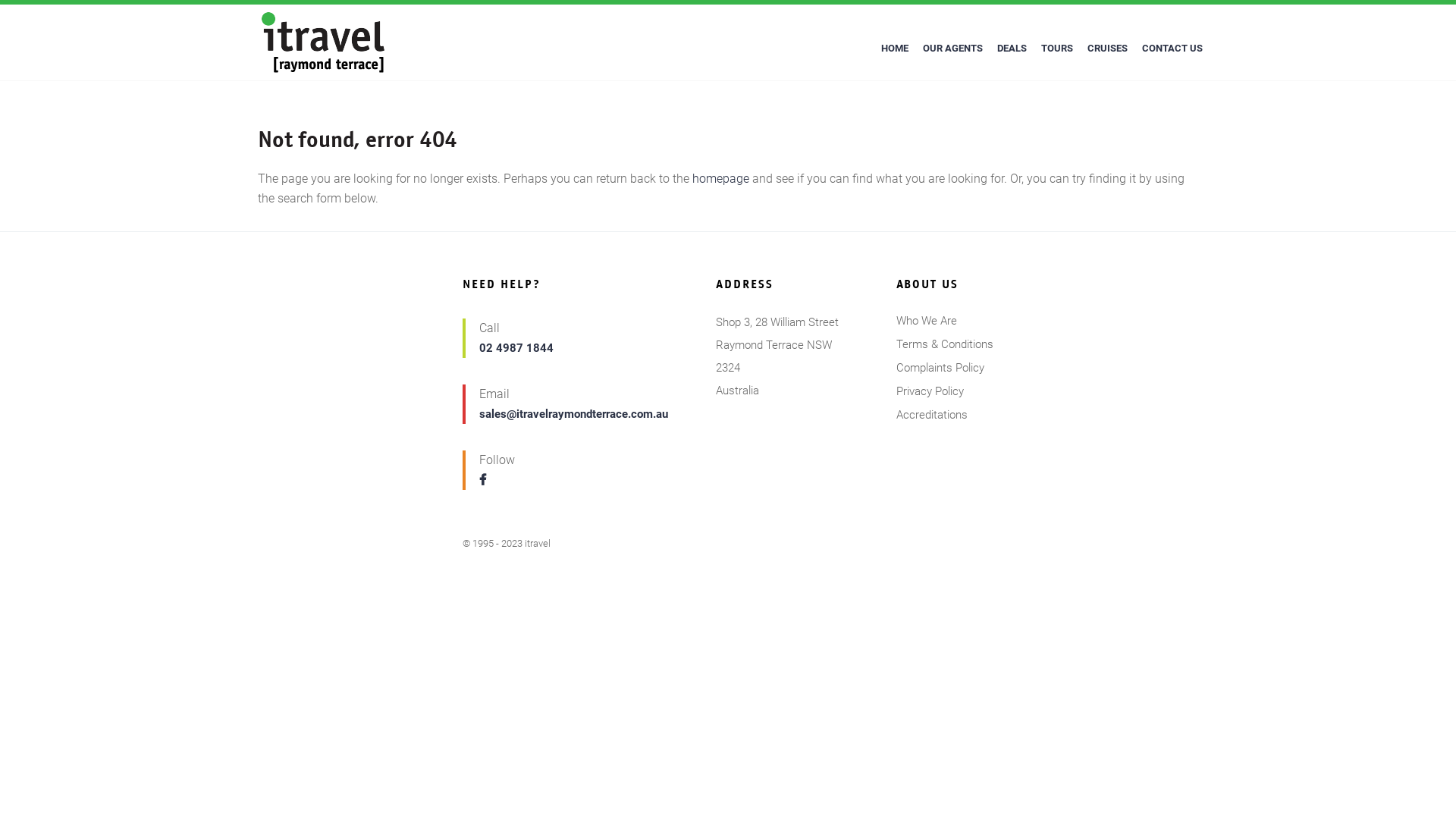 The height and width of the screenshot is (819, 1456). I want to click on 'Privacy Policy', so click(896, 391).